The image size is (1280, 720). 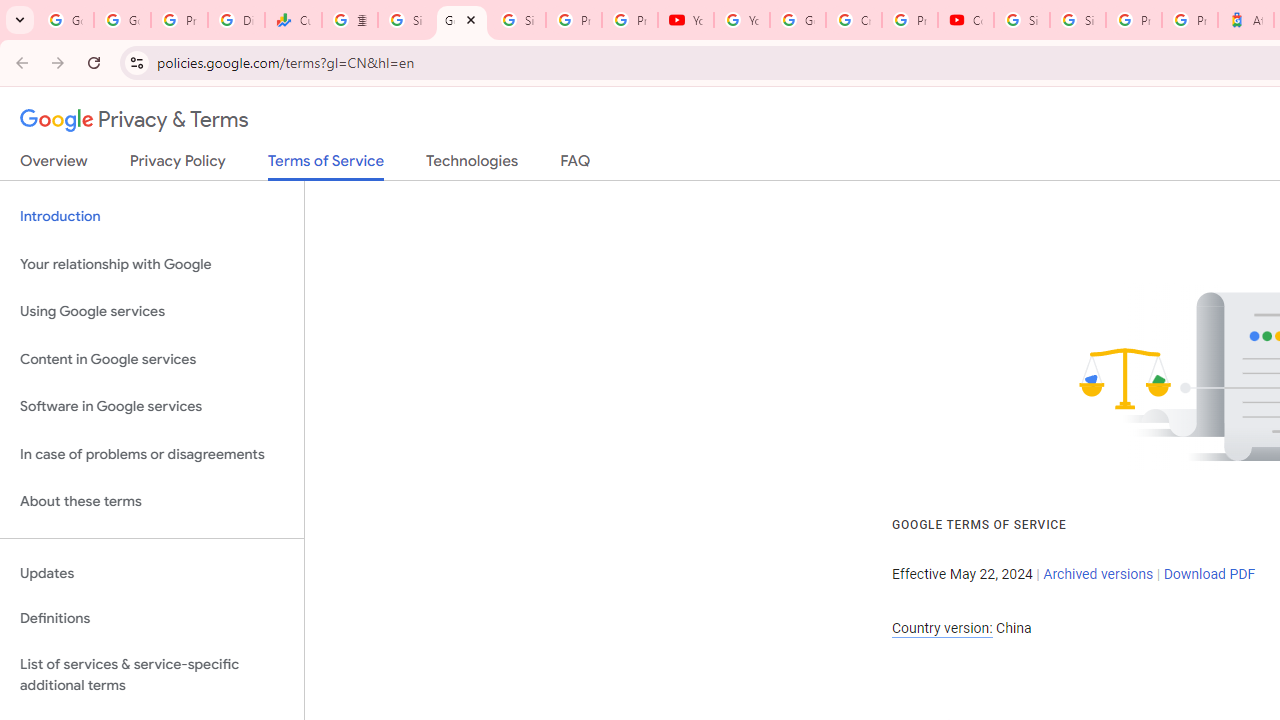 I want to click on 'Terms of Service', so click(x=326, y=165).